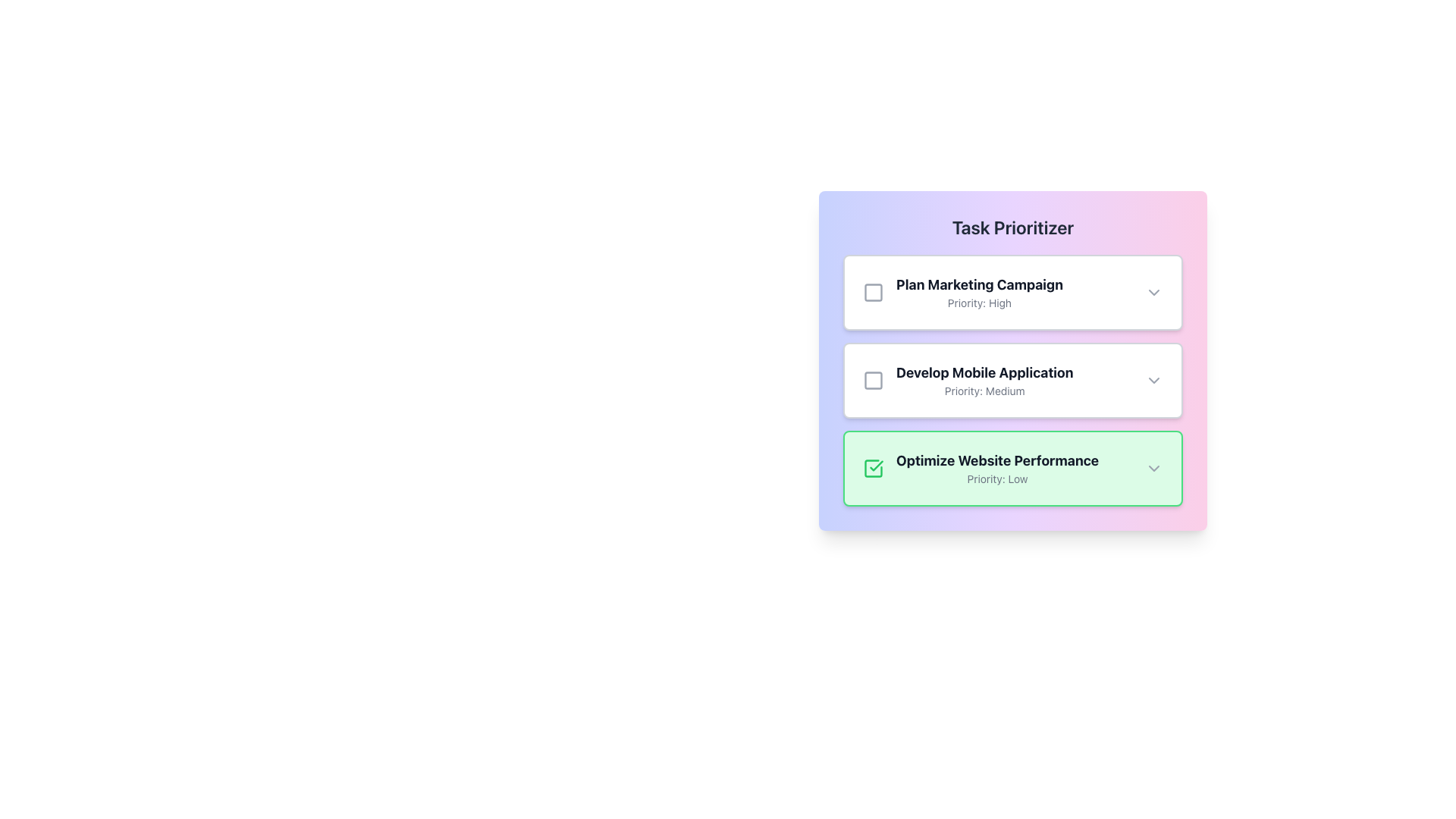 Image resolution: width=1456 pixels, height=819 pixels. What do you see at coordinates (997, 460) in the screenshot?
I see `the static text label that serves as the title of the third task card, which is highlighted in green and provides identification of the task's content` at bounding box center [997, 460].